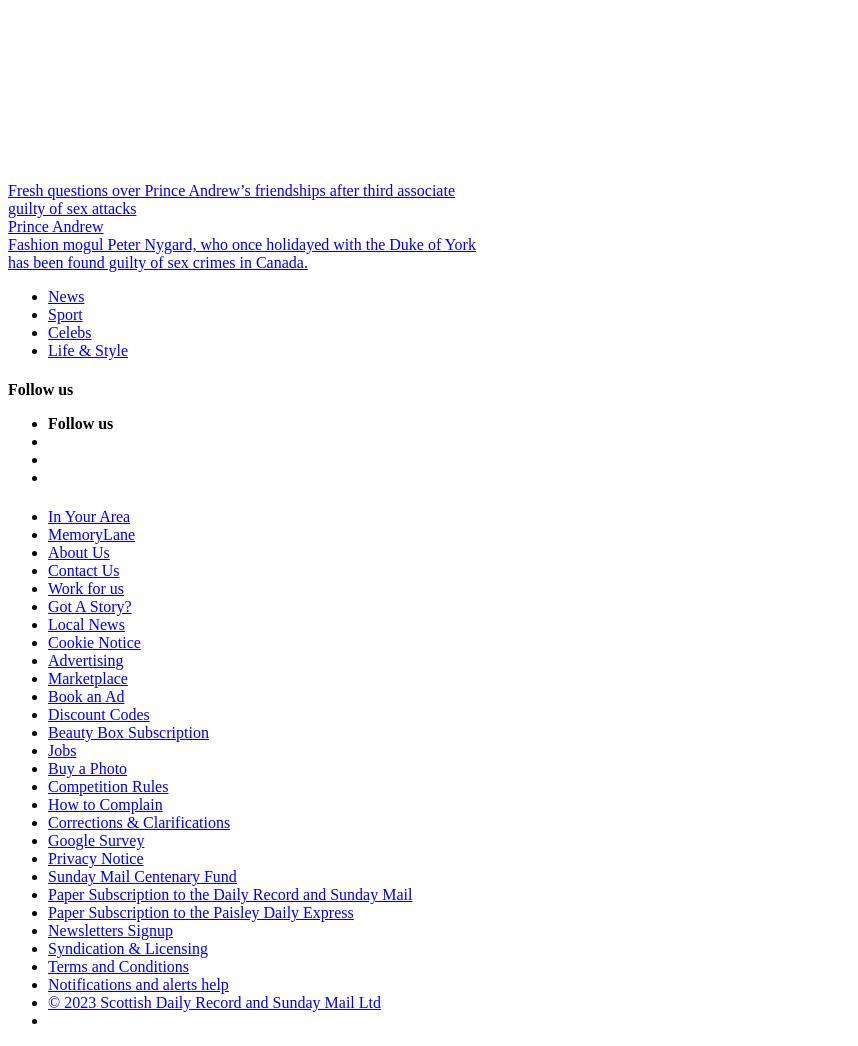  I want to click on 'Discount Codes', so click(98, 714).